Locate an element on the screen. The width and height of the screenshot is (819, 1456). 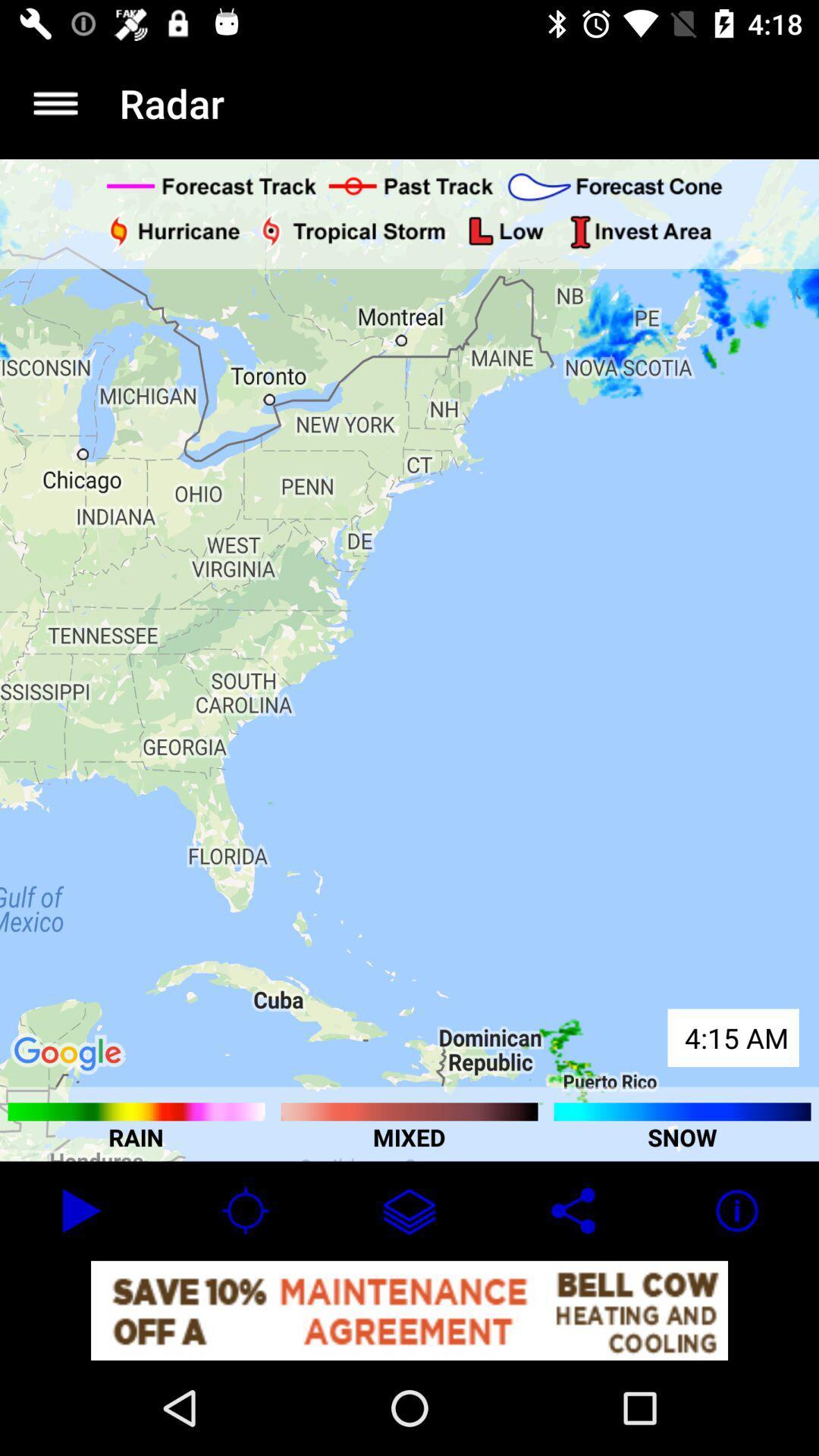
show menu is located at coordinates (55, 102).